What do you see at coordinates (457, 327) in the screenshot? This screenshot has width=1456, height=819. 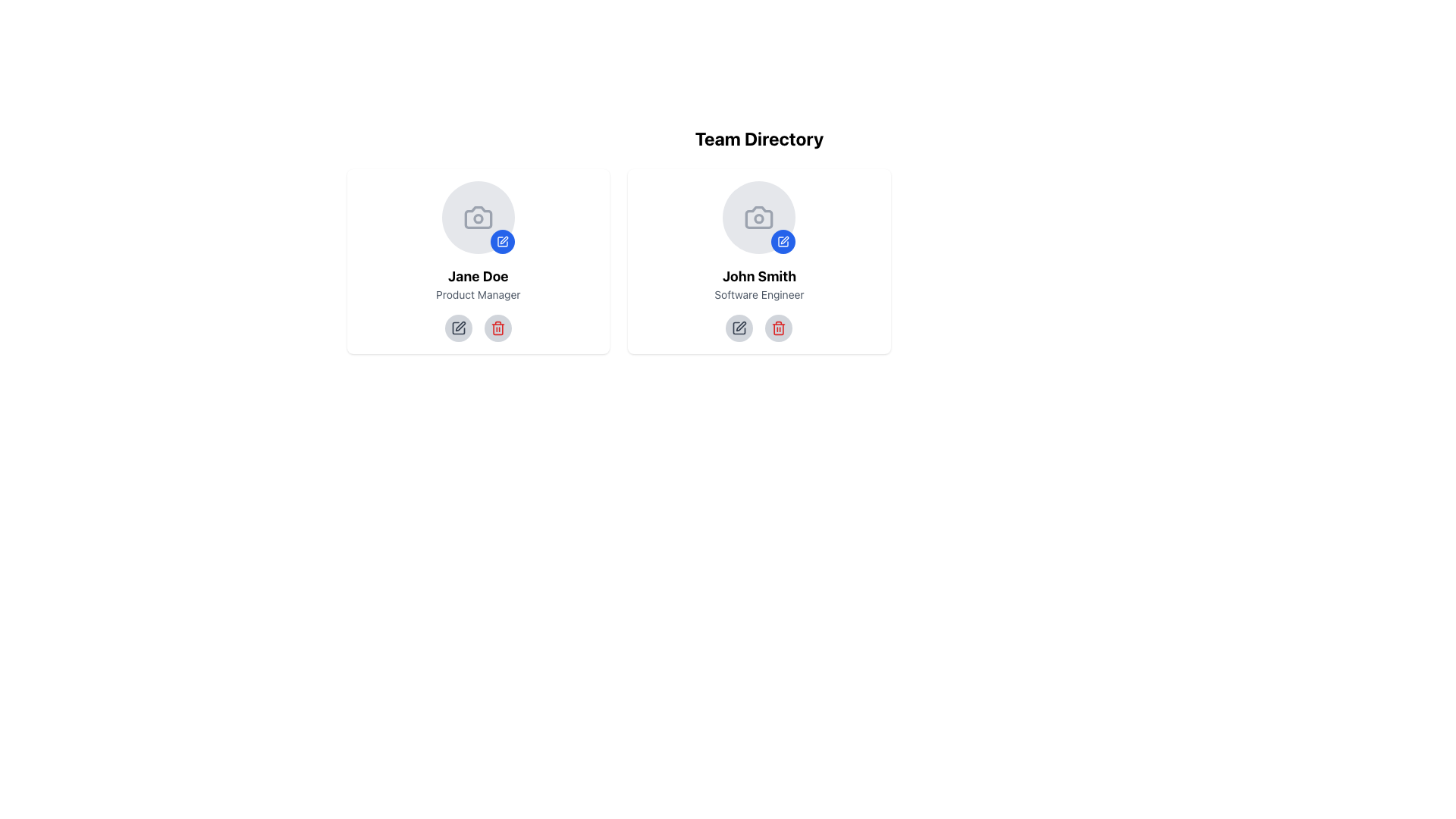 I see `visual changes on hover over the edit icon located at the bottom of the user card under the profile picture` at bounding box center [457, 327].